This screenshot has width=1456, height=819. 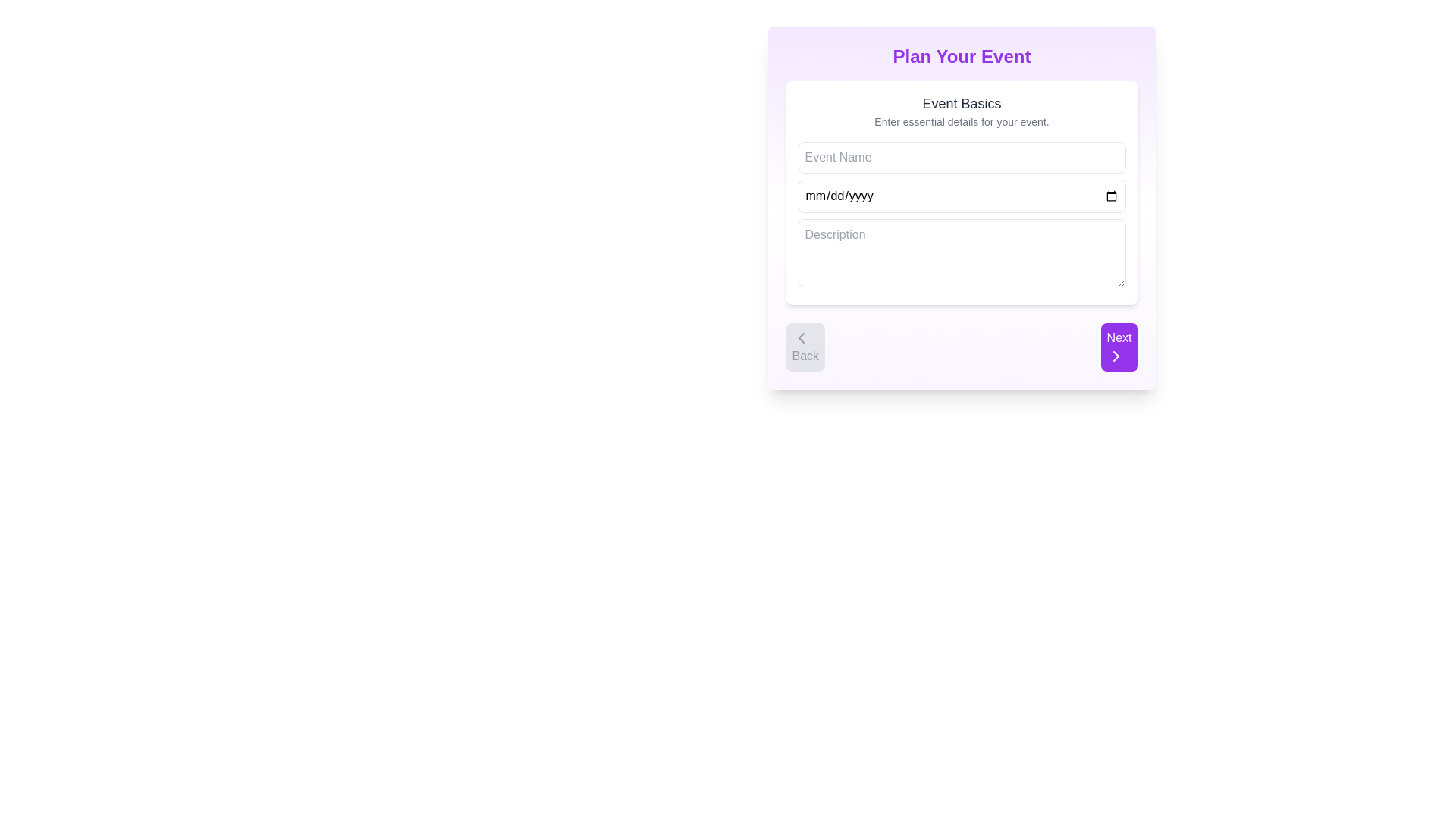 I want to click on the 'Event Basics' text label which is positioned at the top of the 'Plan Your Event' card layout, displaying in bold dark gray font, so click(x=961, y=103).